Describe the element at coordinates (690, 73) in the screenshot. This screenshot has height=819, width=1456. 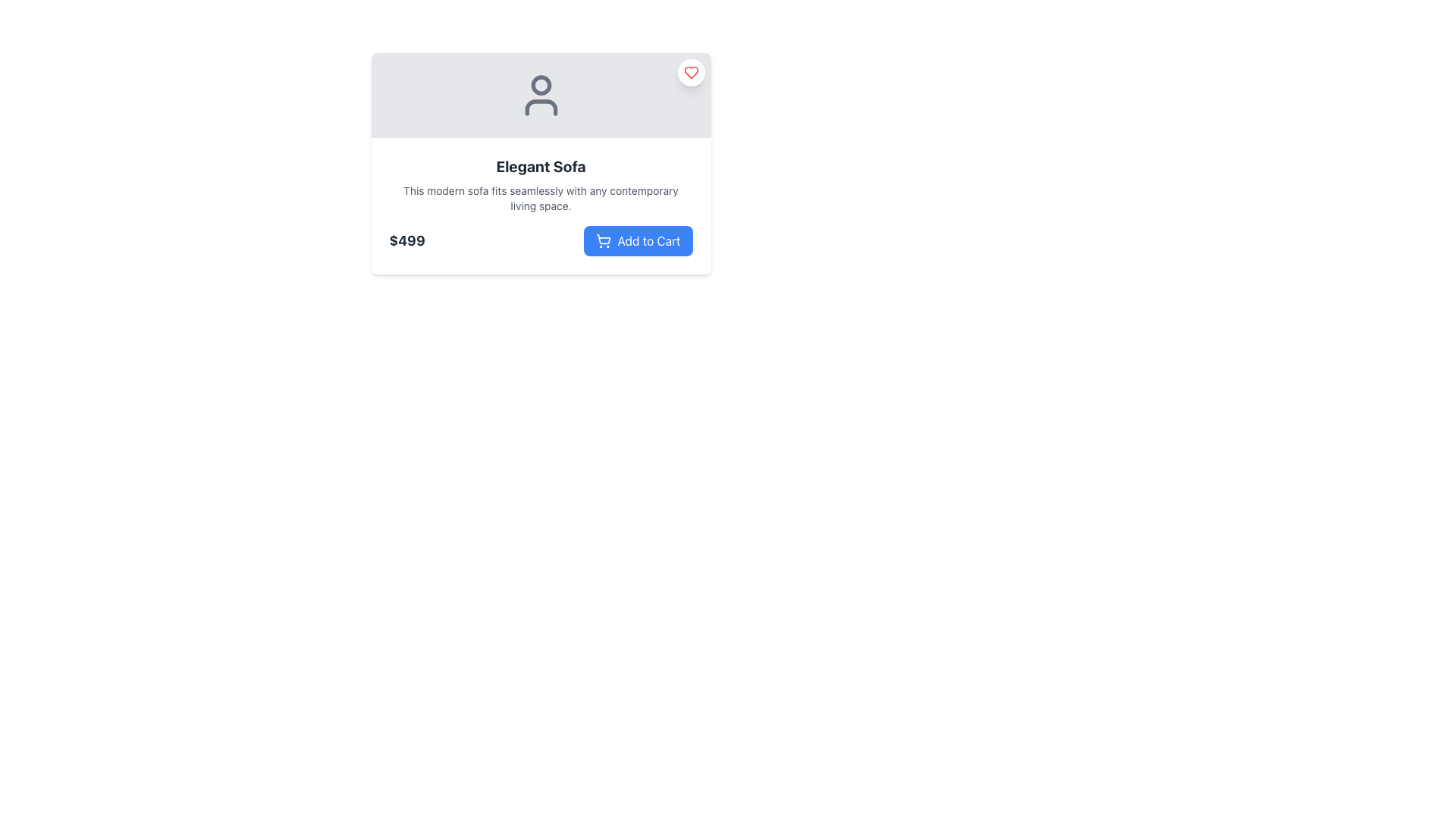
I see `the 'Favorite' or 'Wishlist' button located in the top-right corner of the product card` at that location.